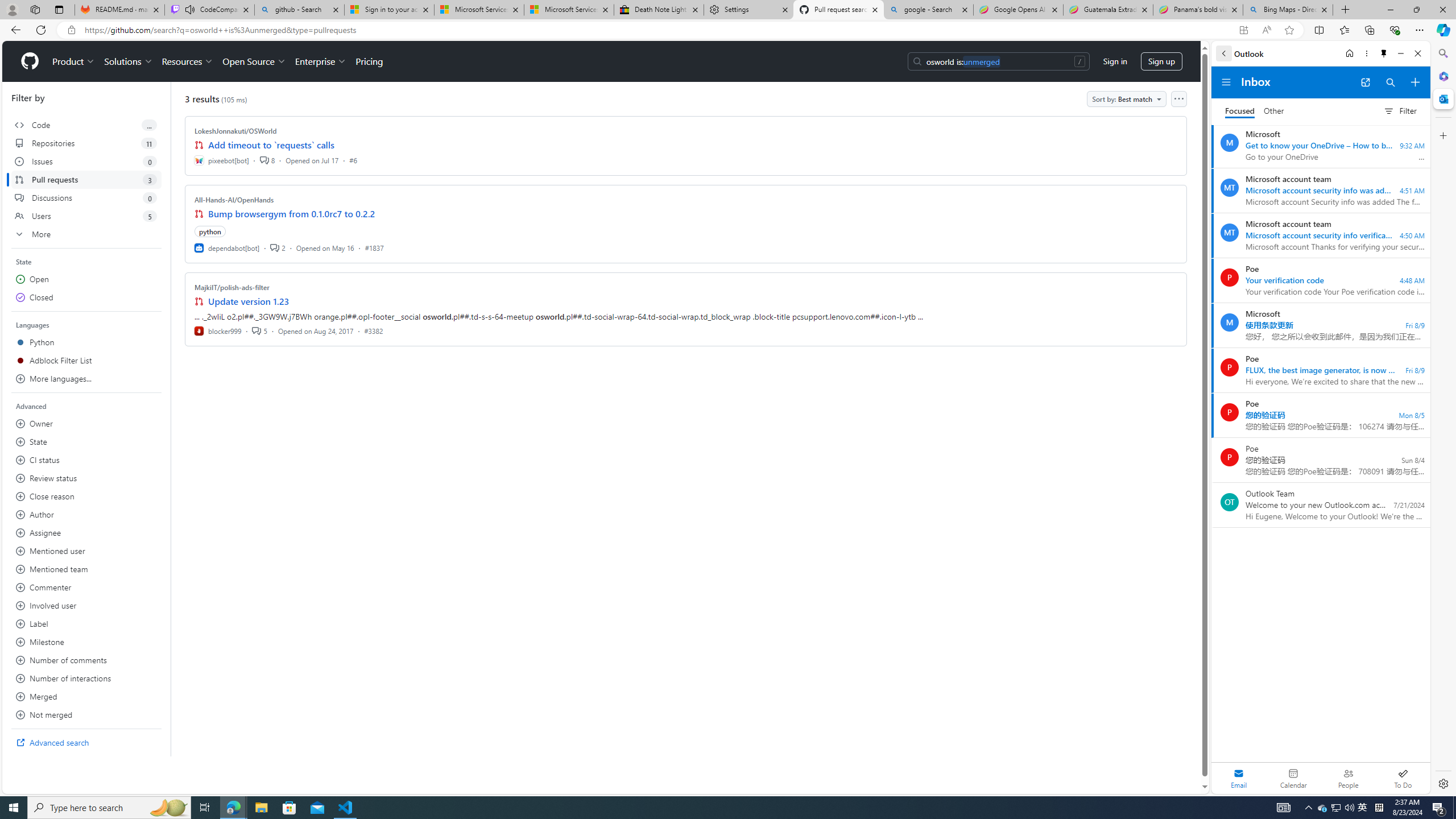 Image resolution: width=1456 pixels, height=819 pixels. I want to click on 'LokeshJonnakuti/OSWorld', so click(235, 130).